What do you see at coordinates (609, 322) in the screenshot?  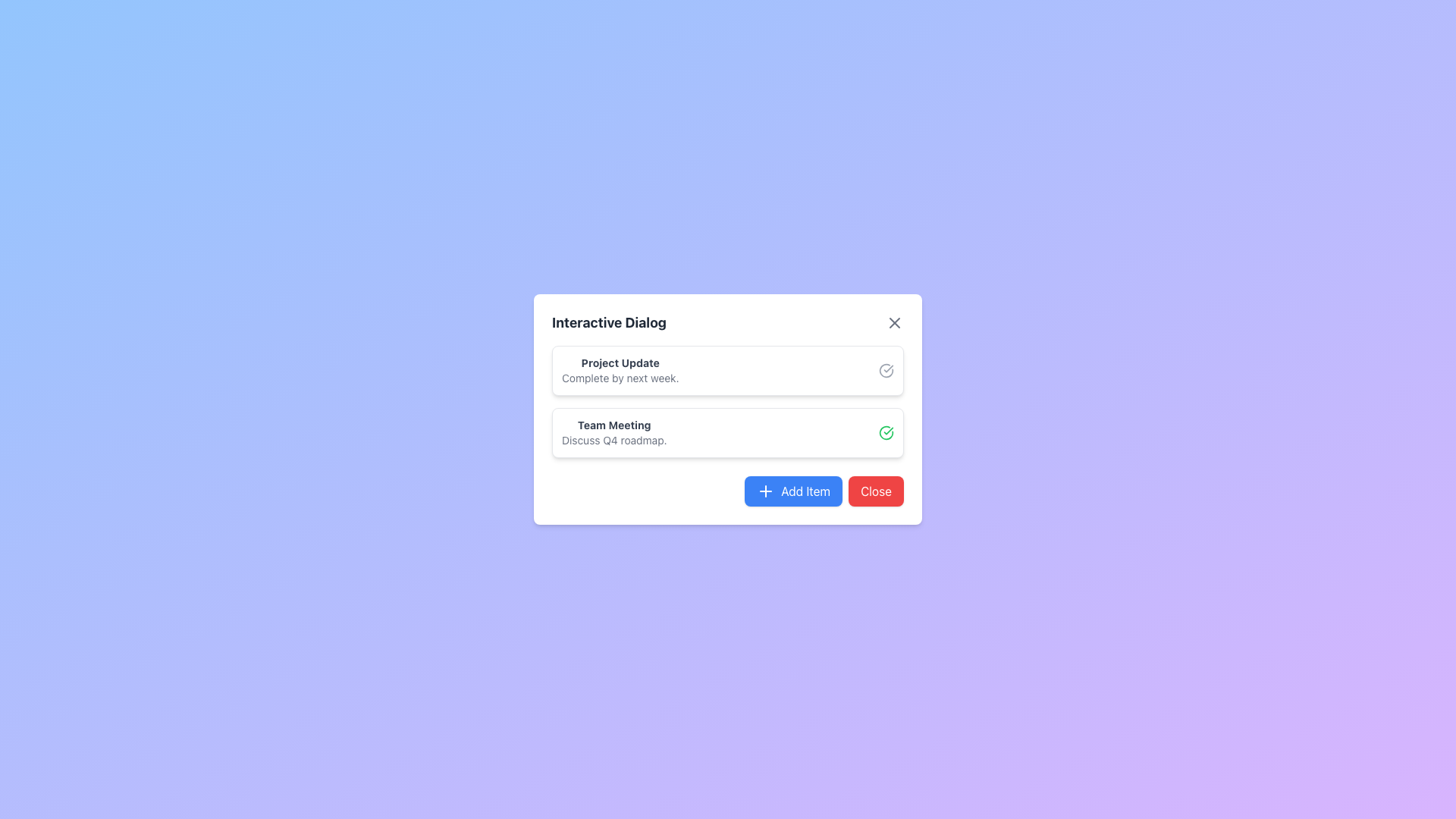 I see `the Text Label that displays the title or heading of the dialog box, located on the left side above 'Project Update' and 'Team Meeting'` at bounding box center [609, 322].